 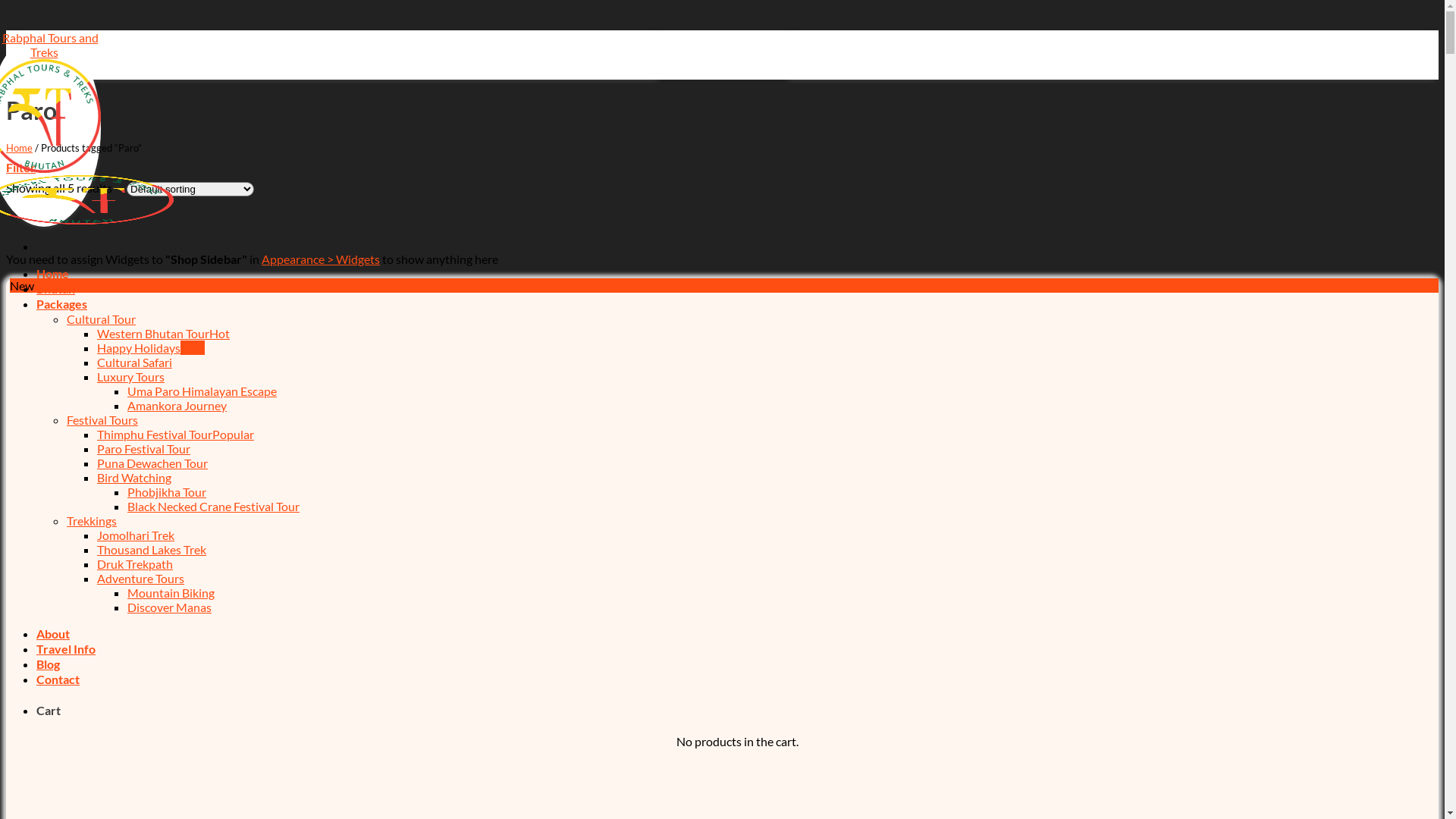 I want to click on 'Western Bhutan Tour', so click(x=163, y=332).